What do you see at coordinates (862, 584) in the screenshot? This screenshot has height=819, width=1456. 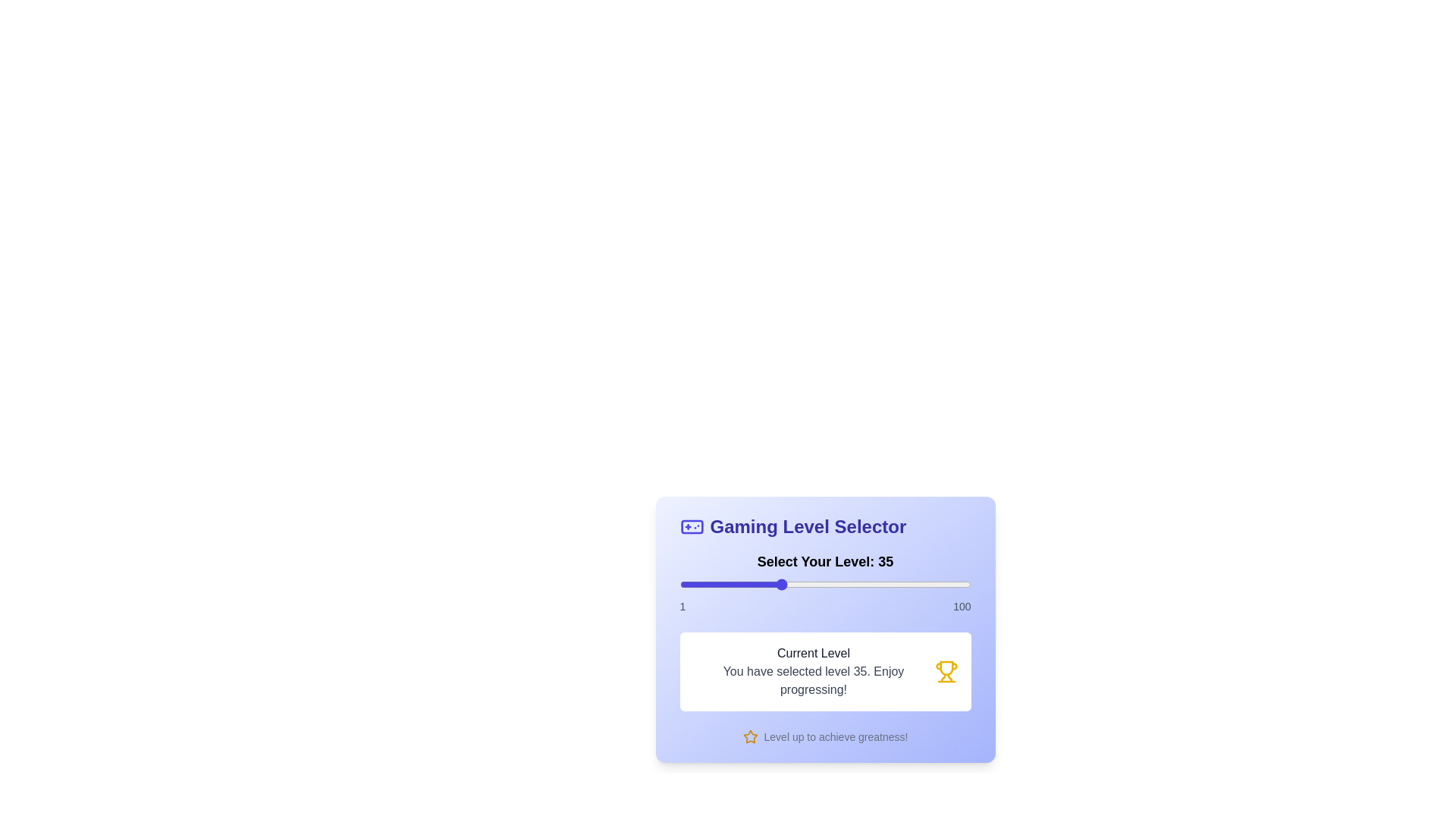 I see `the gaming level` at bounding box center [862, 584].